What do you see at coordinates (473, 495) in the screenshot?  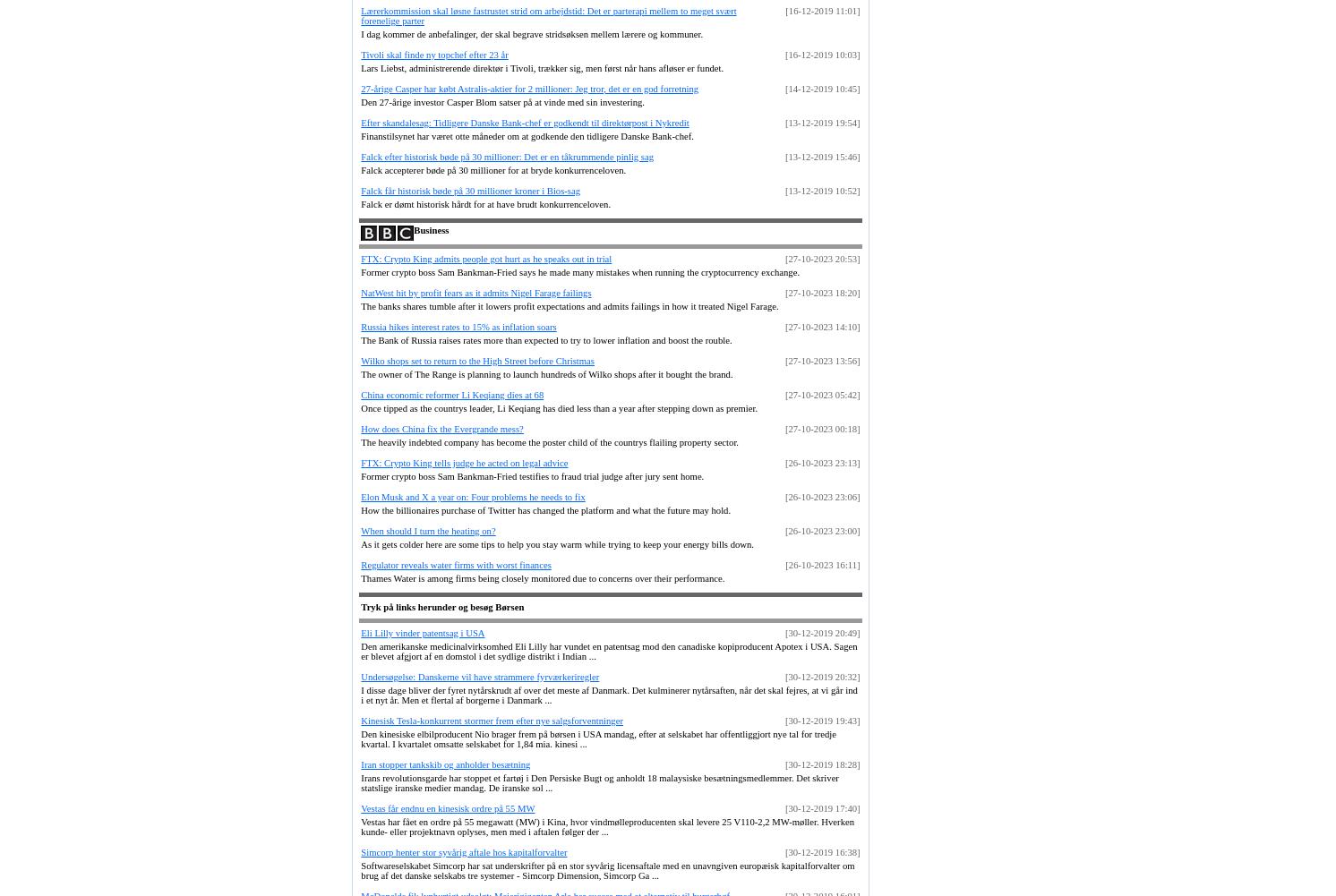 I see `'Elon Musk and X a year on: Four problems he needs to fix'` at bounding box center [473, 495].